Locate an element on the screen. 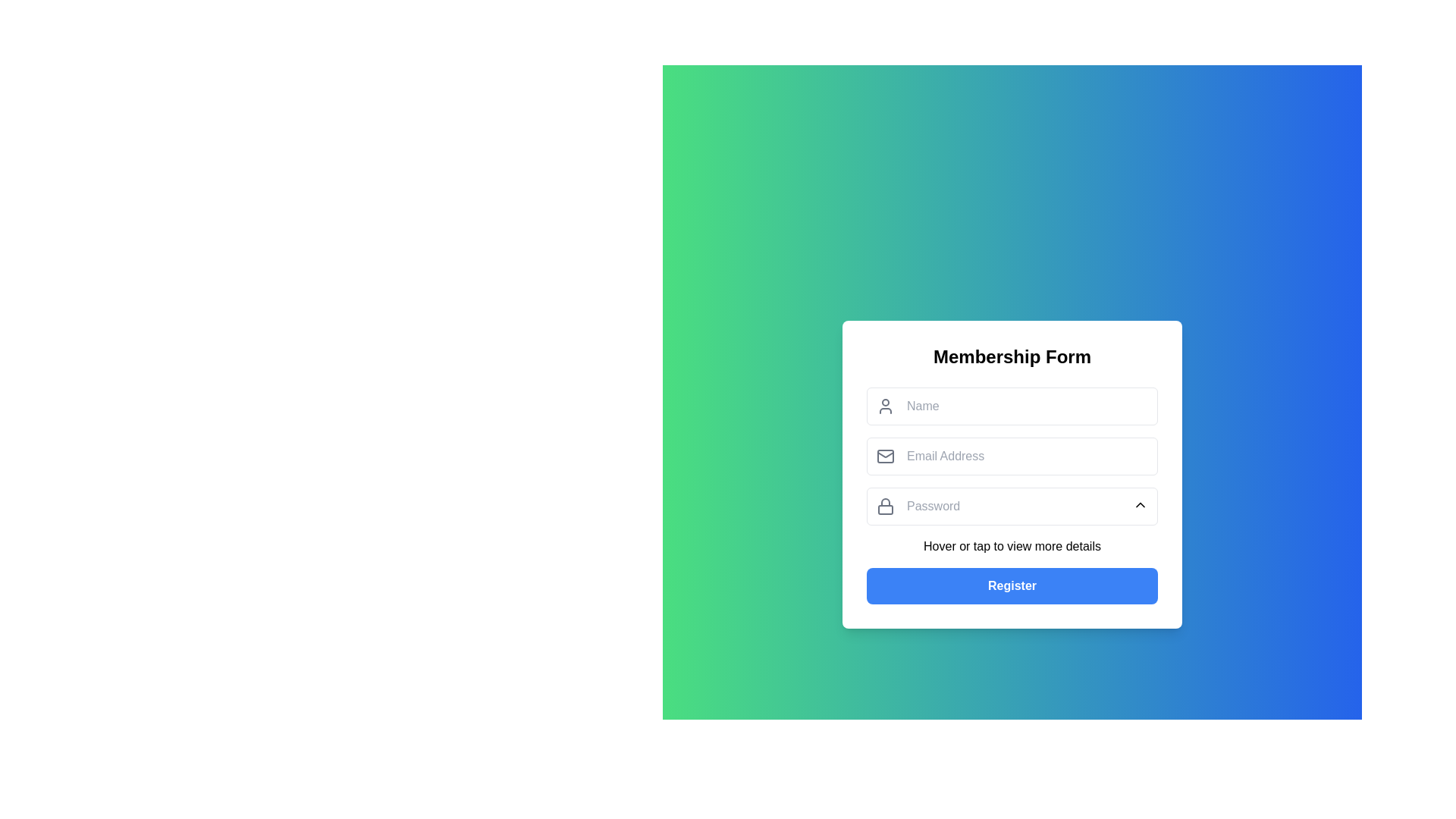 Image resolution: width=1456 pixels, height=819 pixels. the decorative icon located on the left side of the 'Password' input field, which indicates secure information entry is located at coordinates (885, 506).